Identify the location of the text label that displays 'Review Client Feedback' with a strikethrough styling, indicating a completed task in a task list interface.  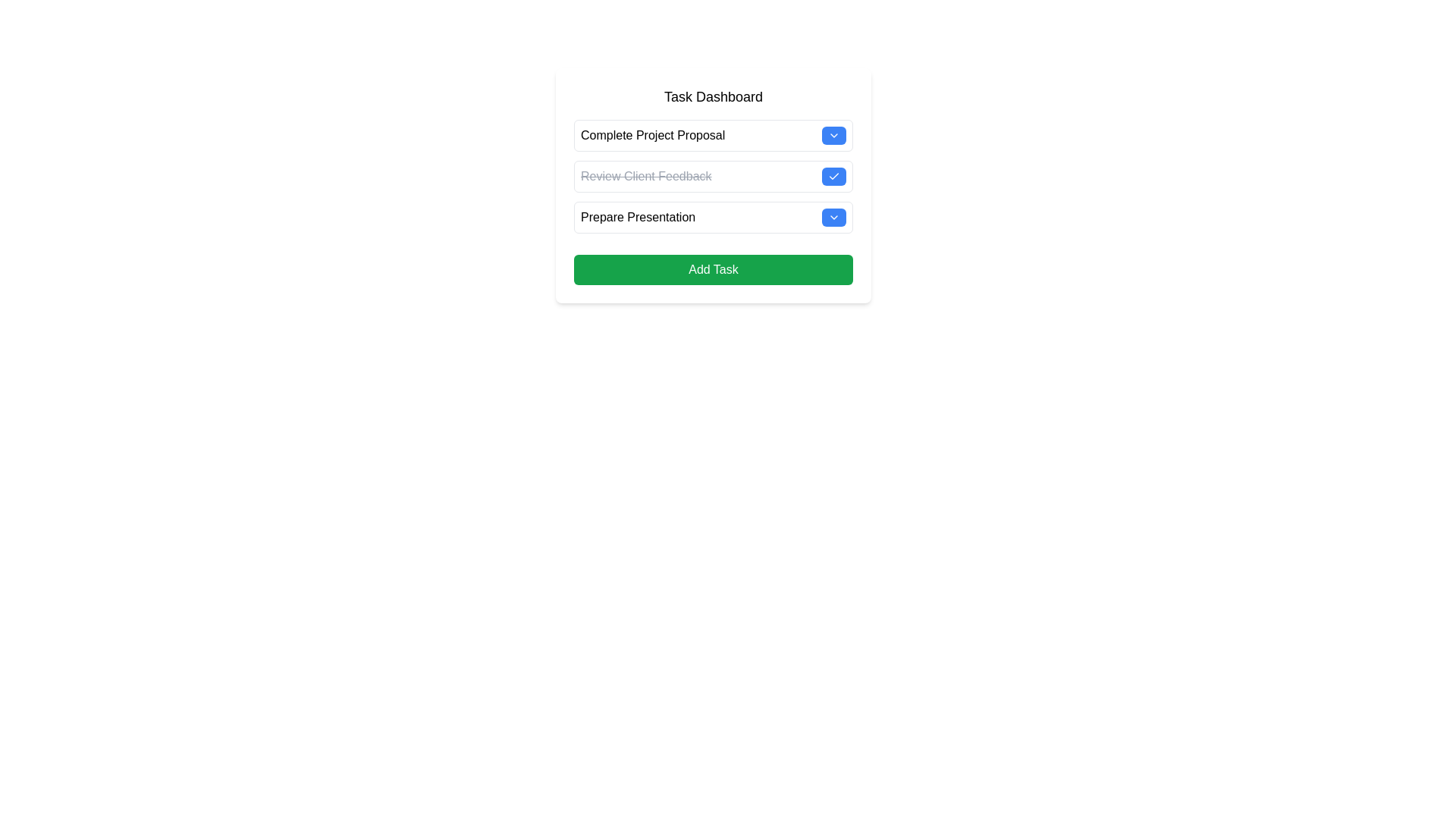
(646, 175).